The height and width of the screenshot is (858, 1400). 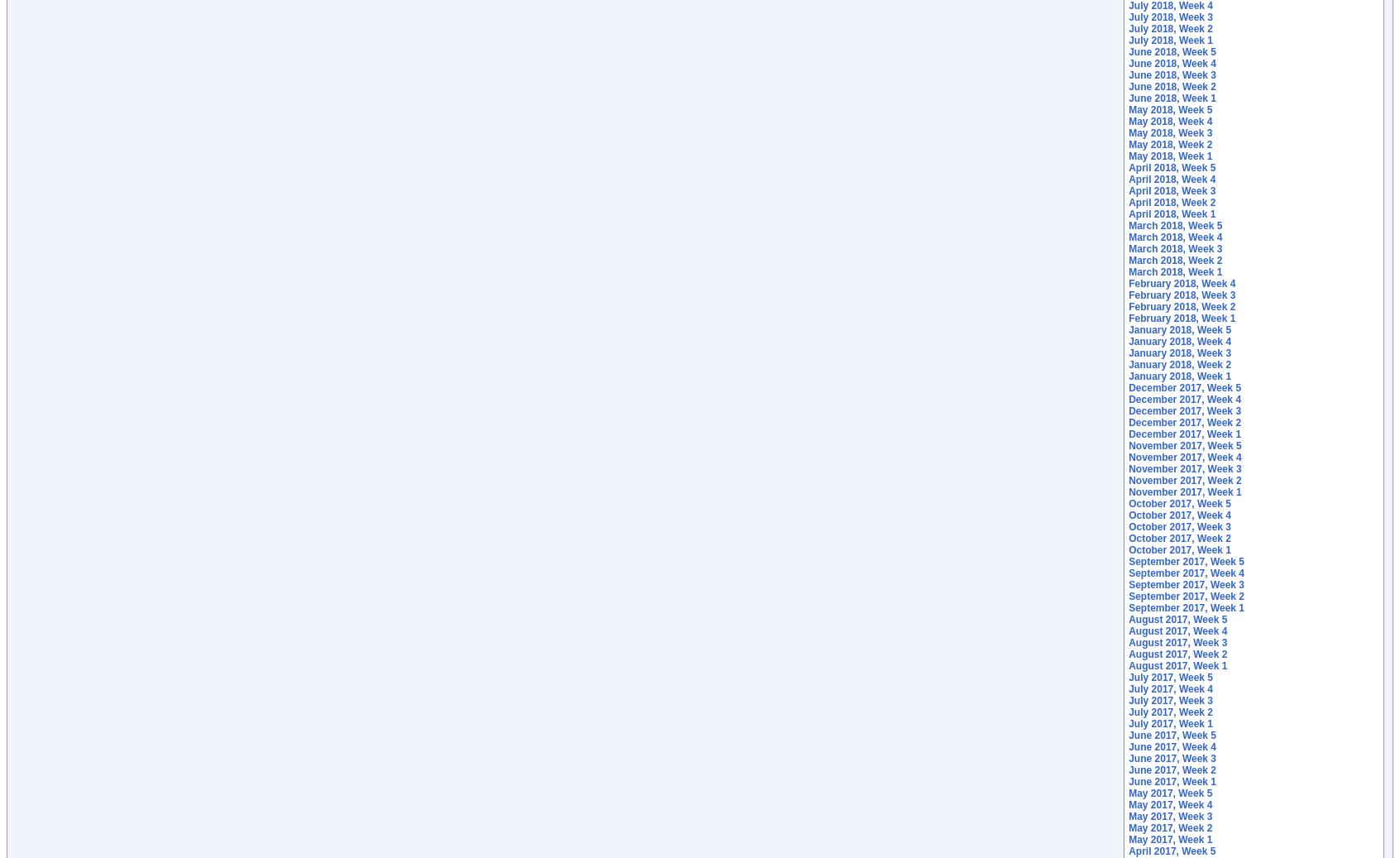 I want to click on 'November 2017, Week 1', so click(x=1183, y=492).